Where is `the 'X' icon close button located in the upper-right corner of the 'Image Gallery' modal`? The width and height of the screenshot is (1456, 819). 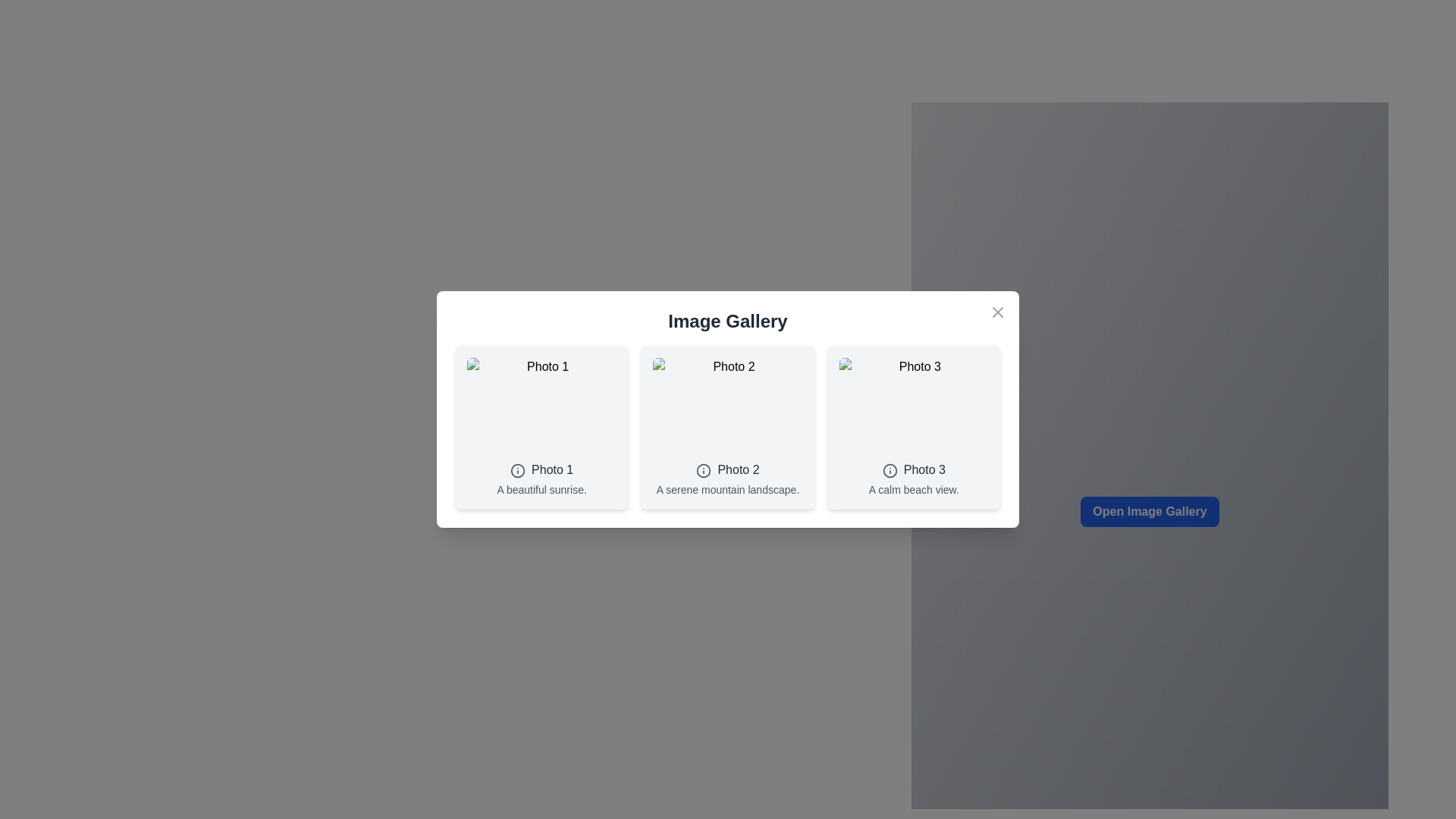
the 'X' icon close button located in the upper-right corner of the 'Image Gallery' modal is located at coordinates (997, 312).